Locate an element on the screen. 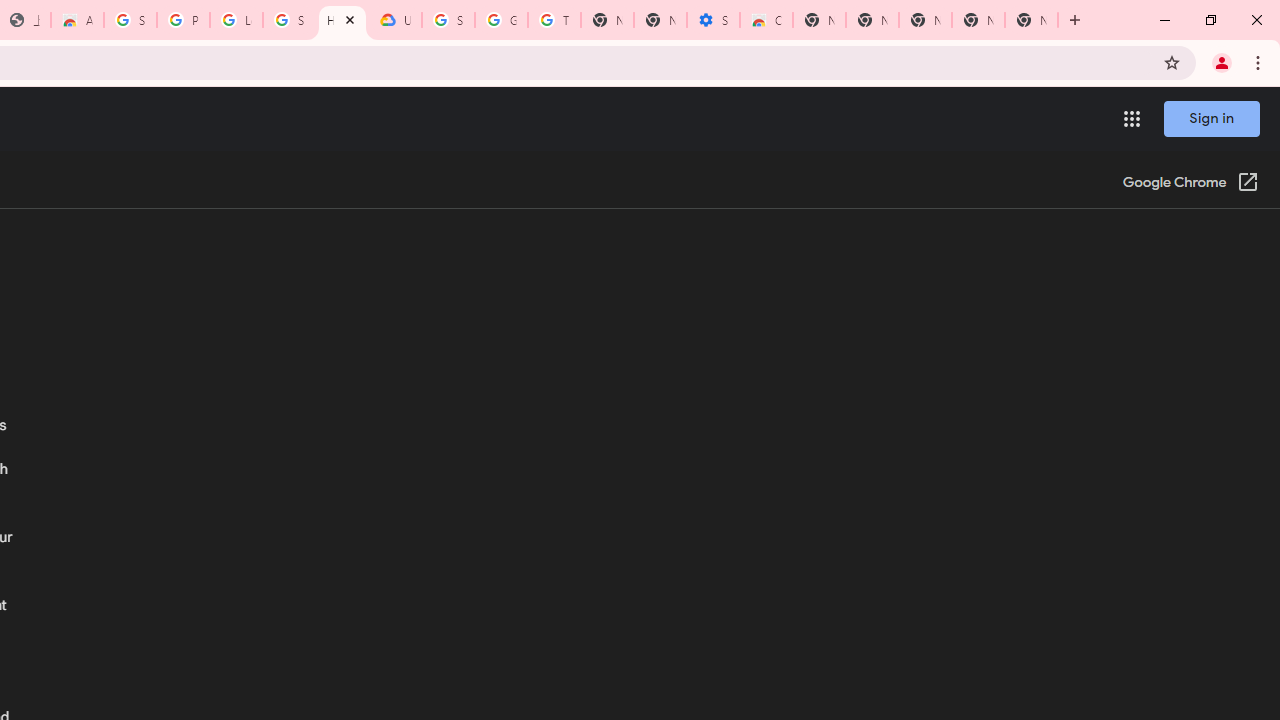 The image size is (1280, 720). 'New Tab' is located at coordinates (1031, 20).